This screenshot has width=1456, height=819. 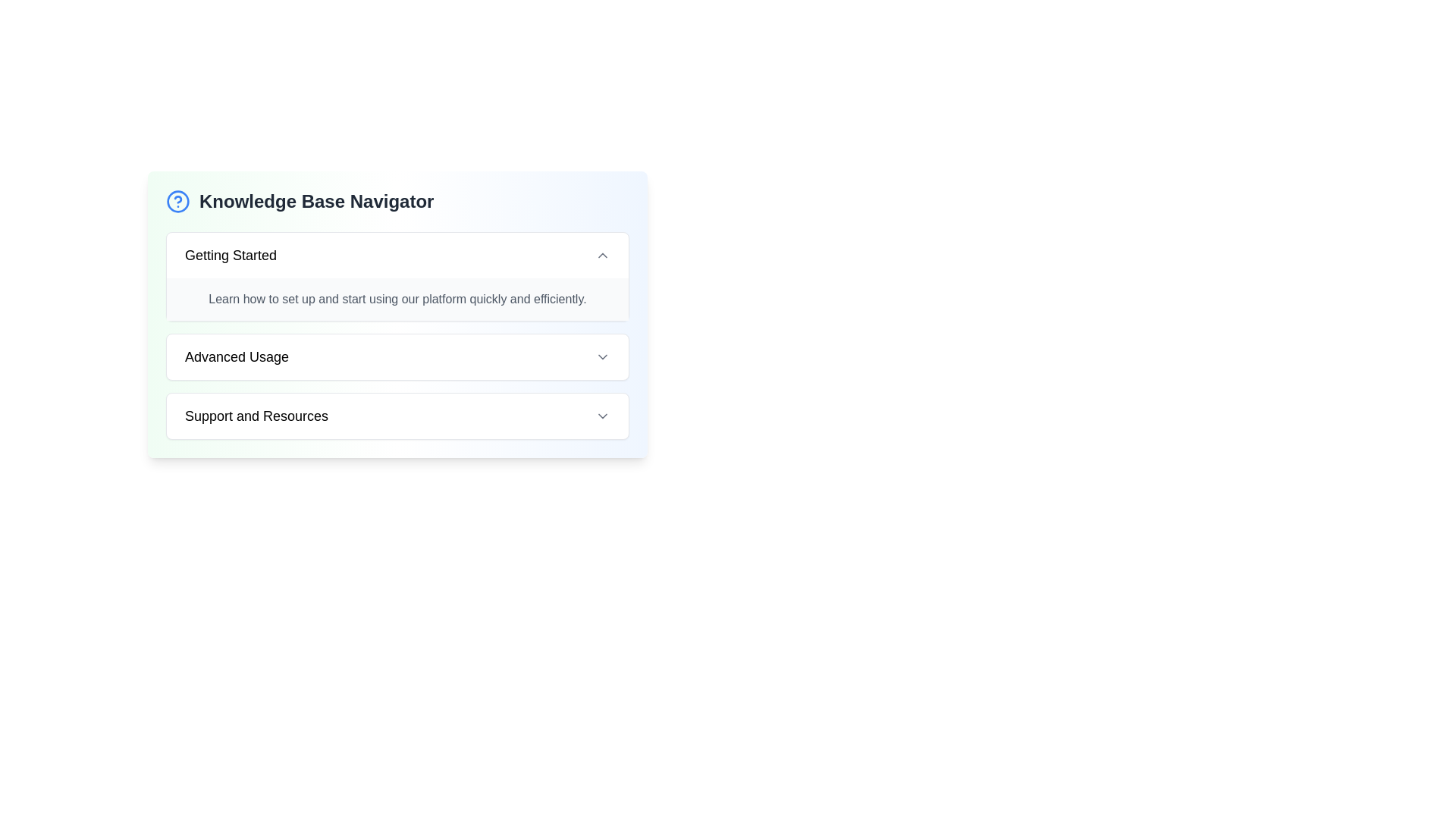 I want to click on the 'Advanced Usage' collapsible list item in the Knowledge Base Navigator to change the background color, so click(x=397, y=356).